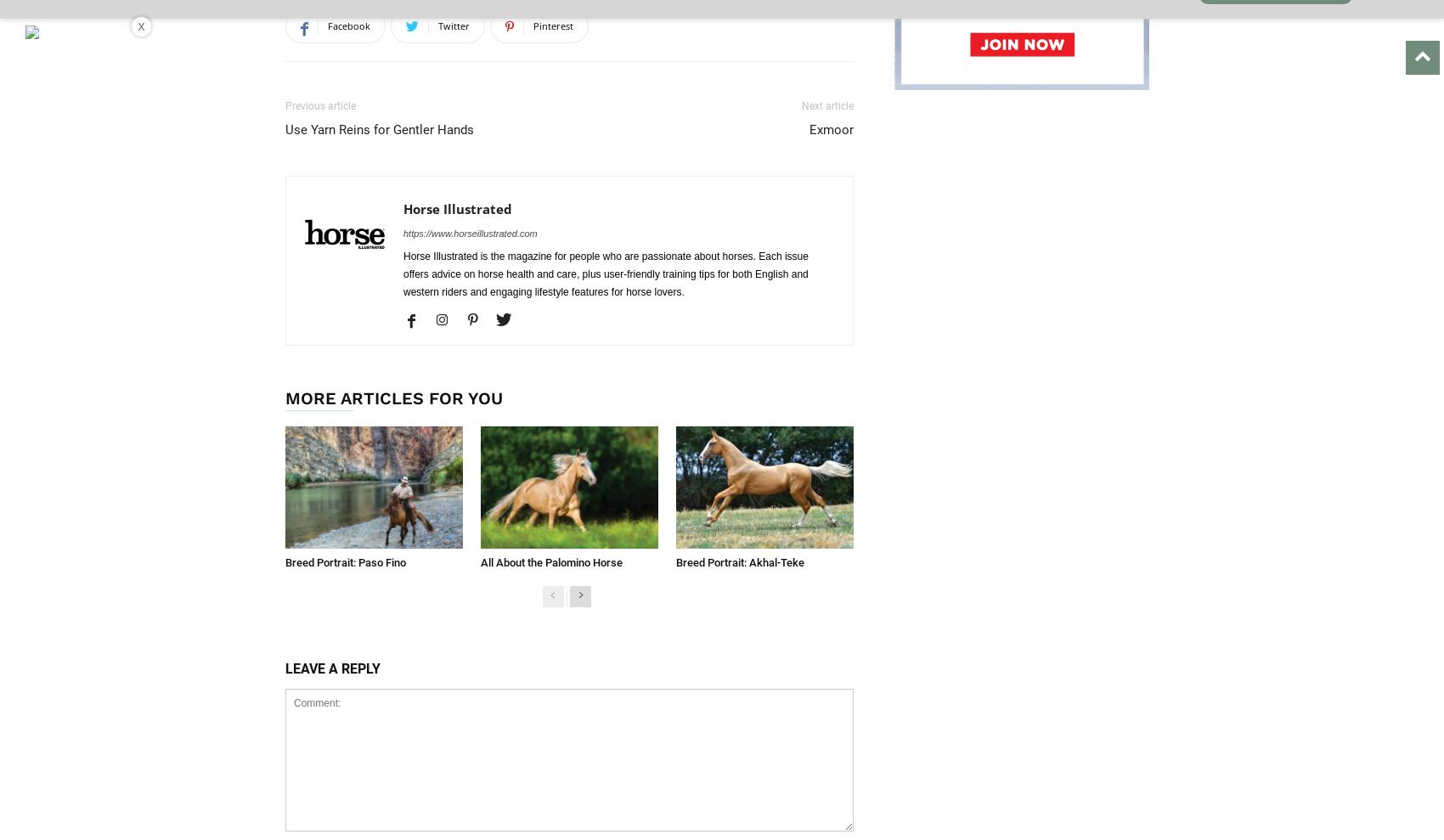 This screenshot has width=1444, height=840. What do you see at coordinates (284, 105) in the screenshot?
I see `'Previous article'` at bounding box center [284, 105].